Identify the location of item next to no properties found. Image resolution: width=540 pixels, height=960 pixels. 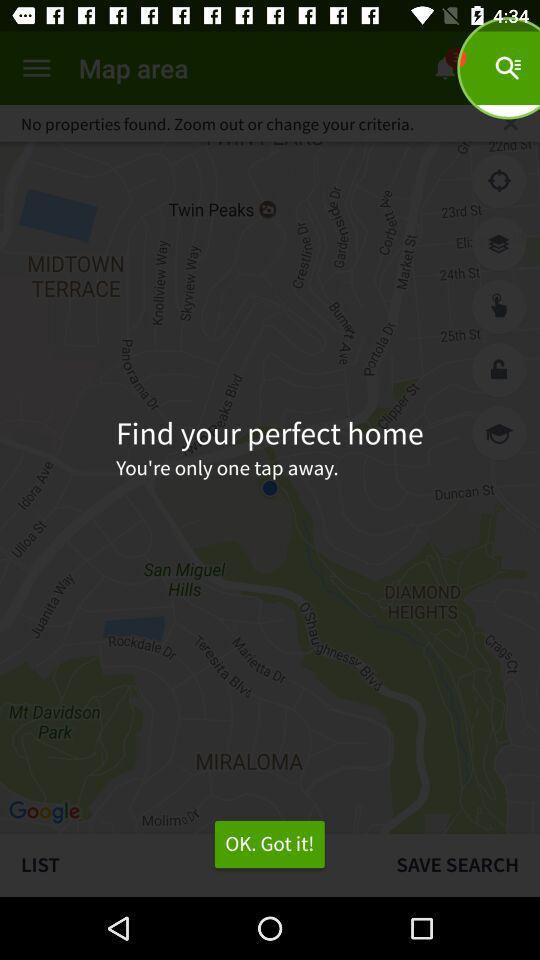
(510, 122).